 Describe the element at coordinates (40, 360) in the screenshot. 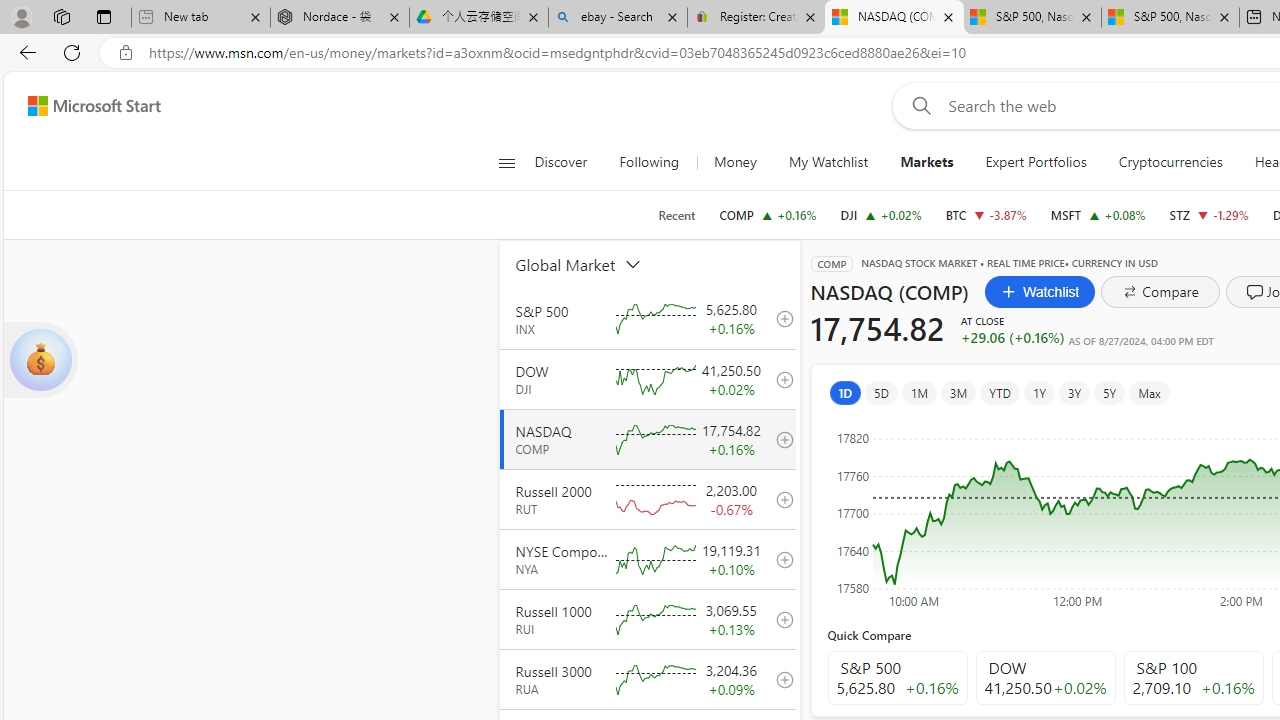

I see `'show card'` at that location.